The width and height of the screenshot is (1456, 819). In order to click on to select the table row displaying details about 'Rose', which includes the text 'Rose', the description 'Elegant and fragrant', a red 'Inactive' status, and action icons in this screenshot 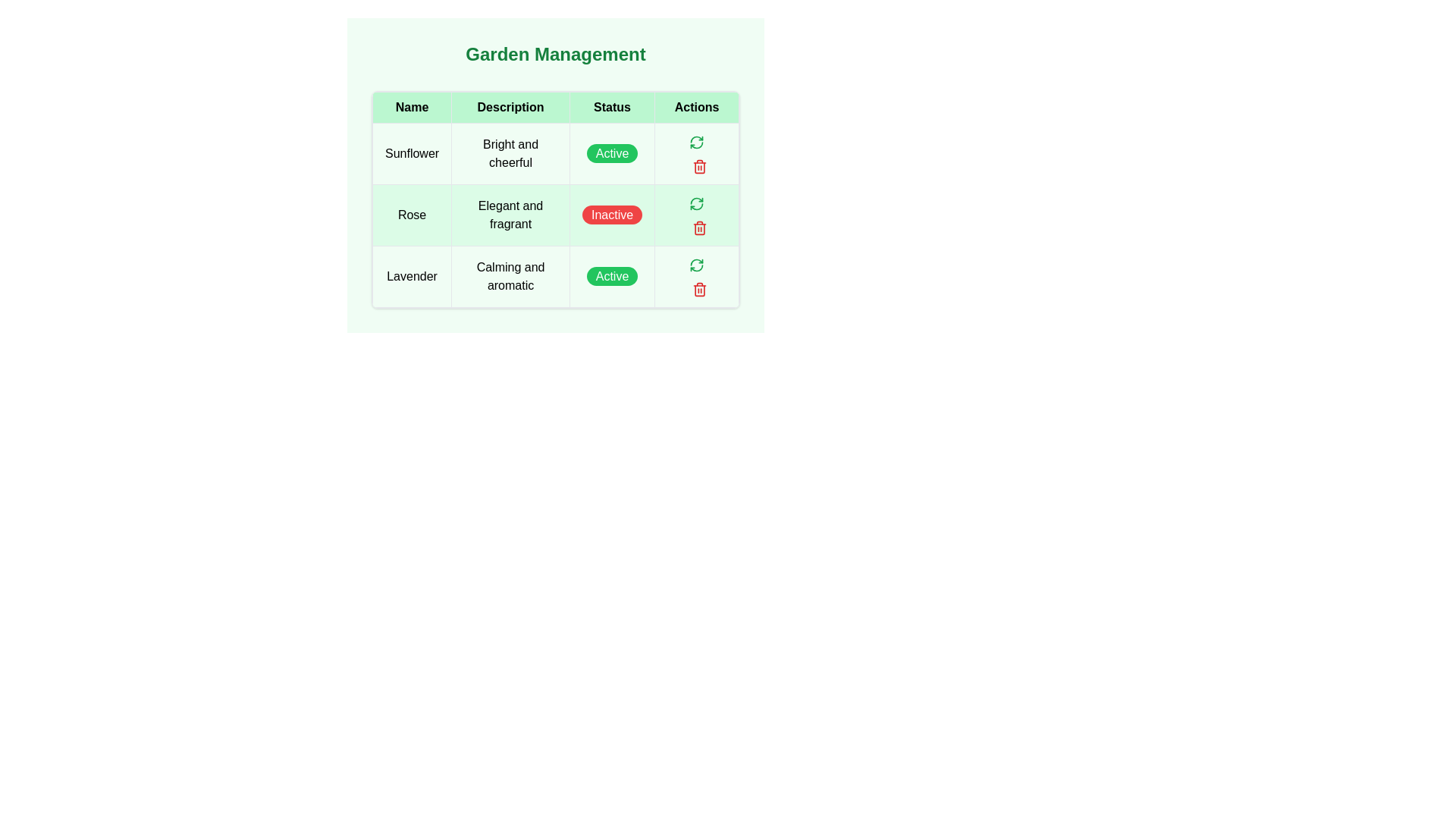, I will do `click(555, 215)`.